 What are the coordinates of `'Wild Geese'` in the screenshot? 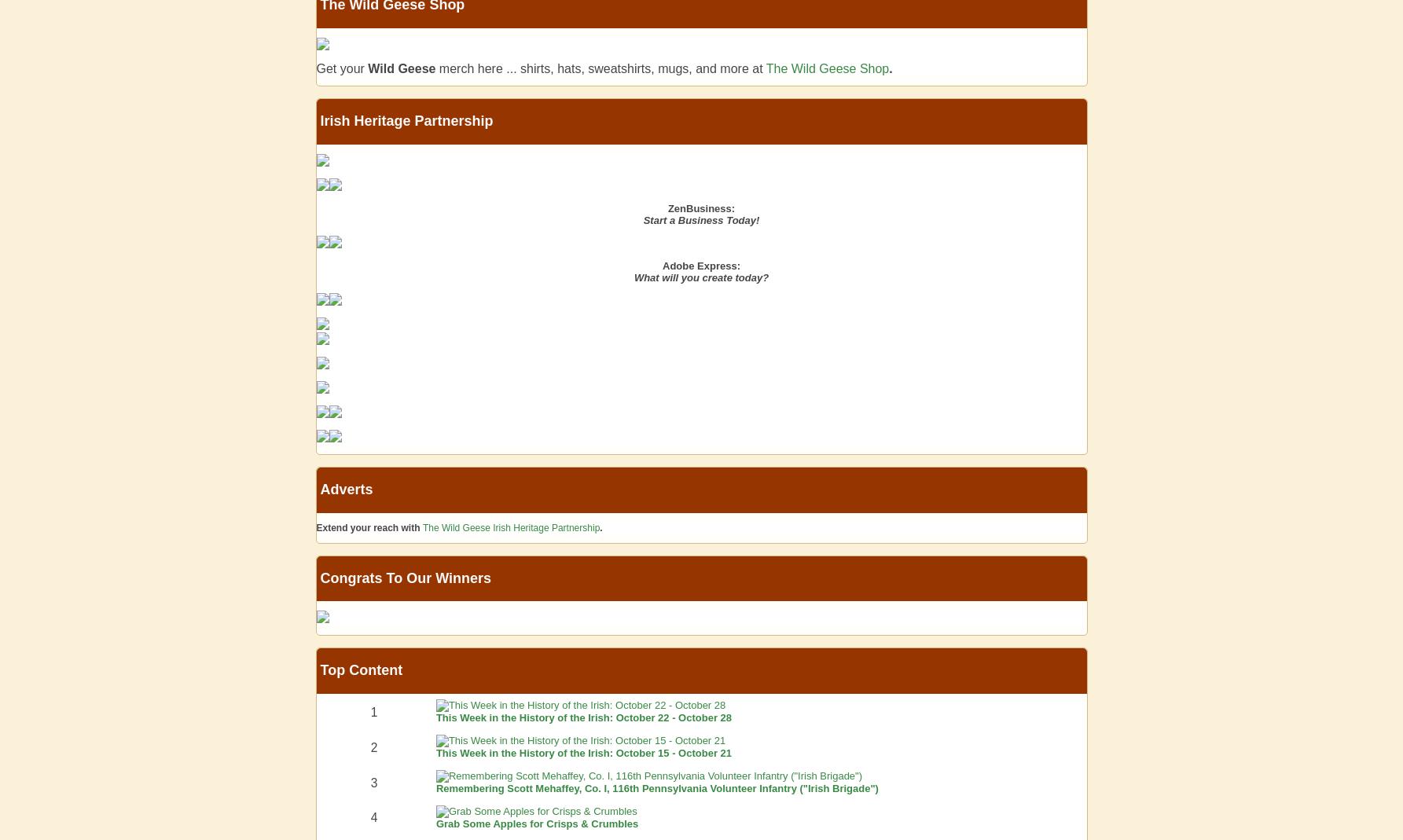 It's located at (402, 67).